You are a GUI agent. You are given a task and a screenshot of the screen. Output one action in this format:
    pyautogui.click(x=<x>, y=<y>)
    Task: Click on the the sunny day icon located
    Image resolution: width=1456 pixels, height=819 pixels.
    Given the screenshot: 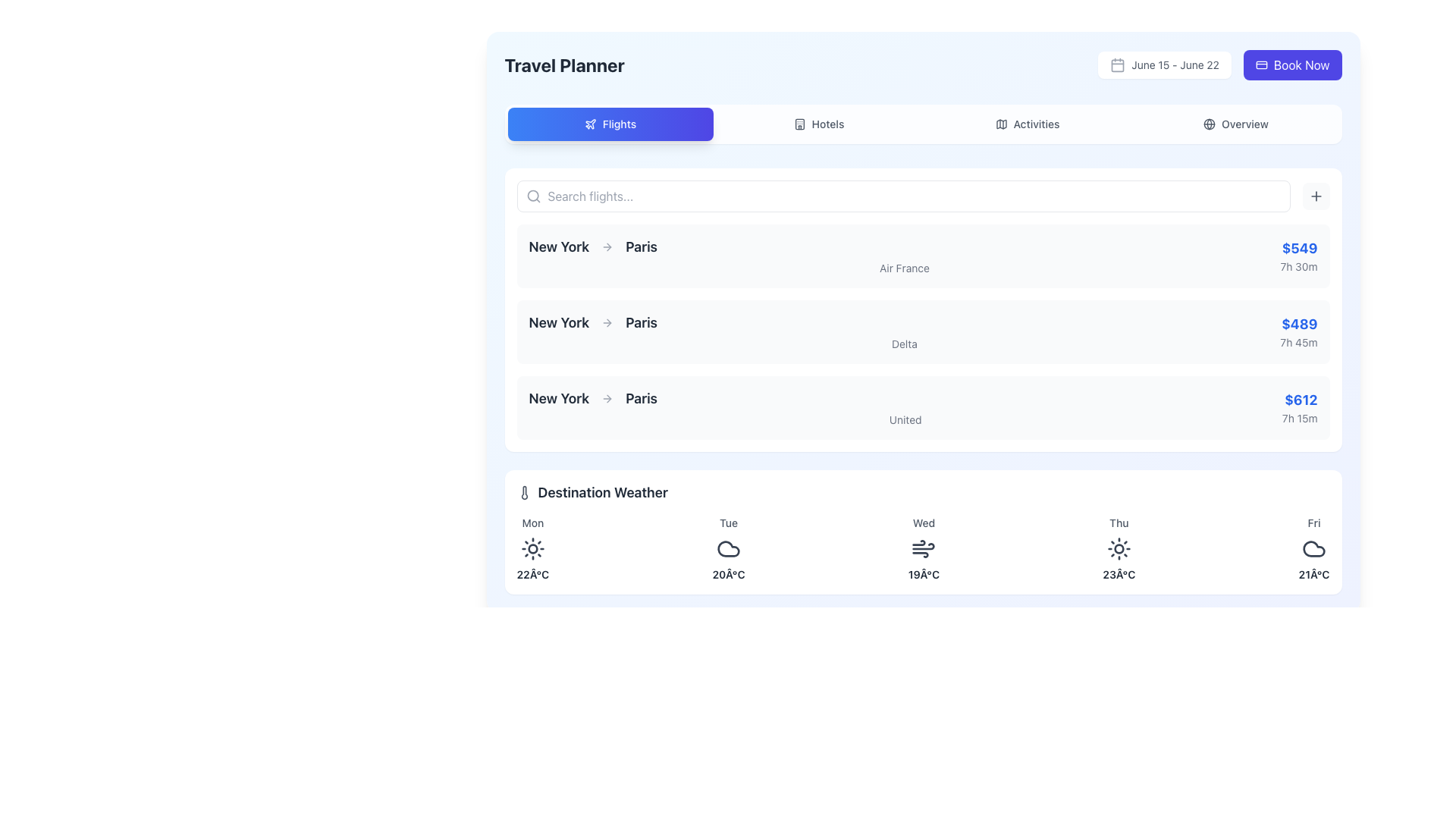 What is the action you would take?
    pyautogui.click(x=532, y=549)
    